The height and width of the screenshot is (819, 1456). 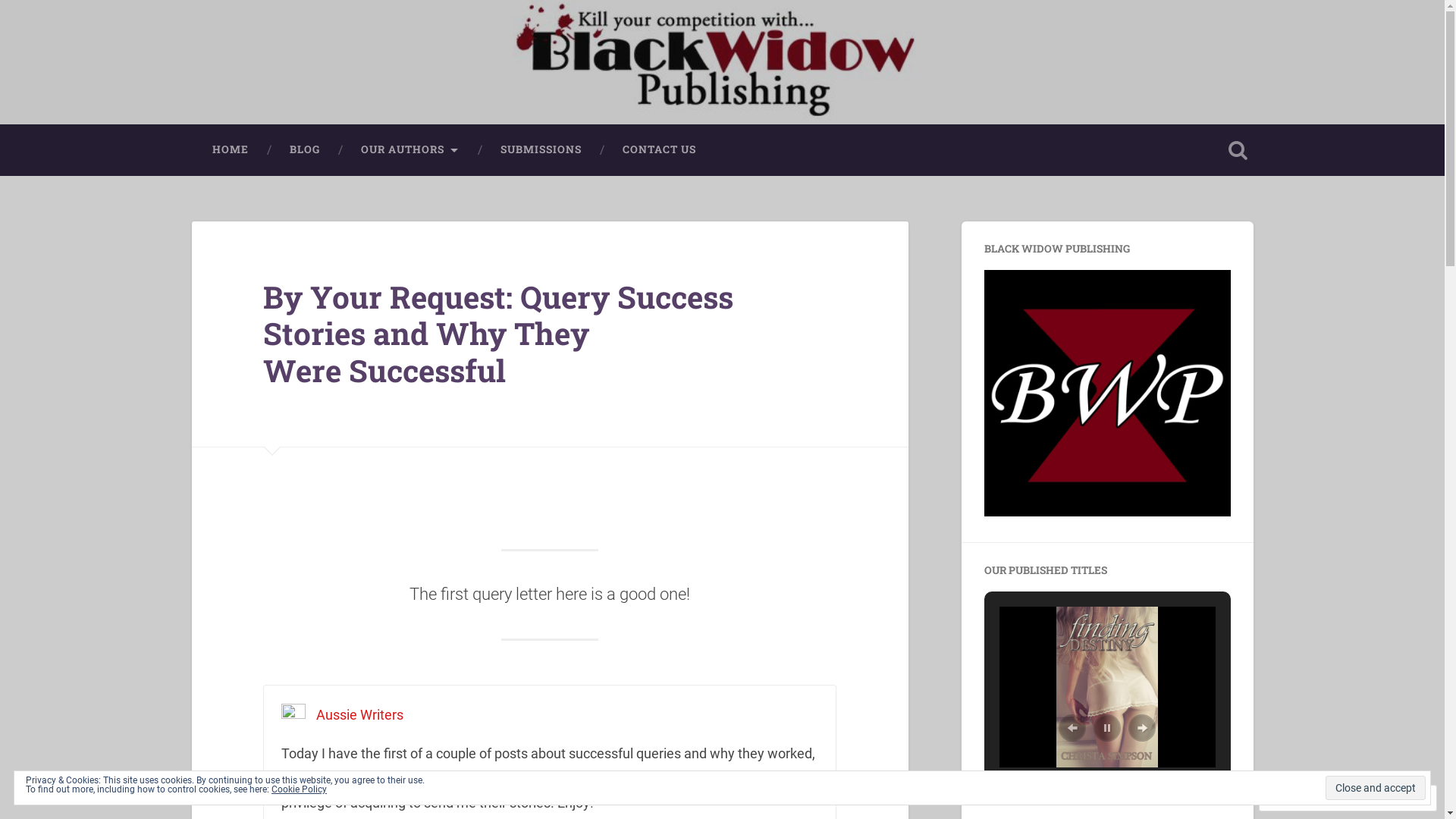 What do you see at coordinates (540, 149) in the screenshot?
I see `'SUBMISSIONS'` at bounding box center [540, 149].